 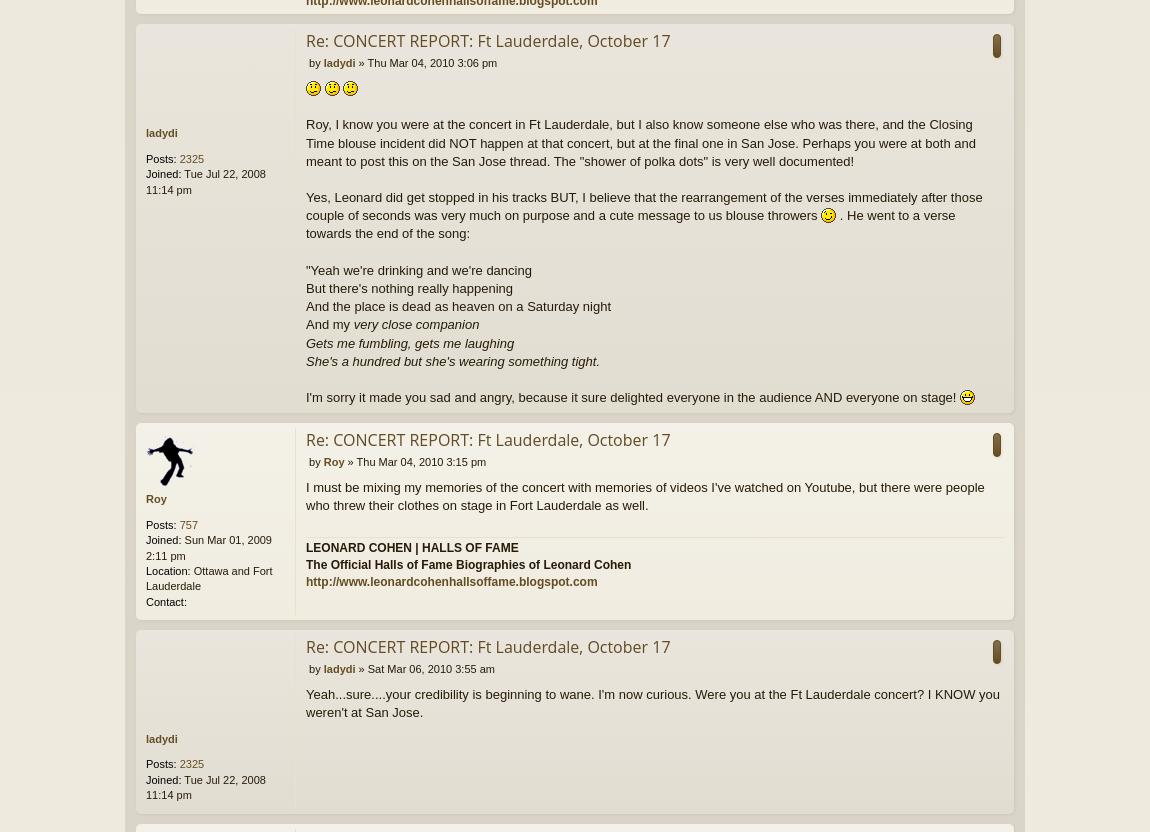 What do you see at coordinates (651, 701) in the screenshot?
I see `'Yeah...sure....your credibility is beginning to wane.  I'm now curious.  Were you at the Ft Lauderdale concert?  I KNOW you weren't at San Jose.'` at bounding box center [651, 701].